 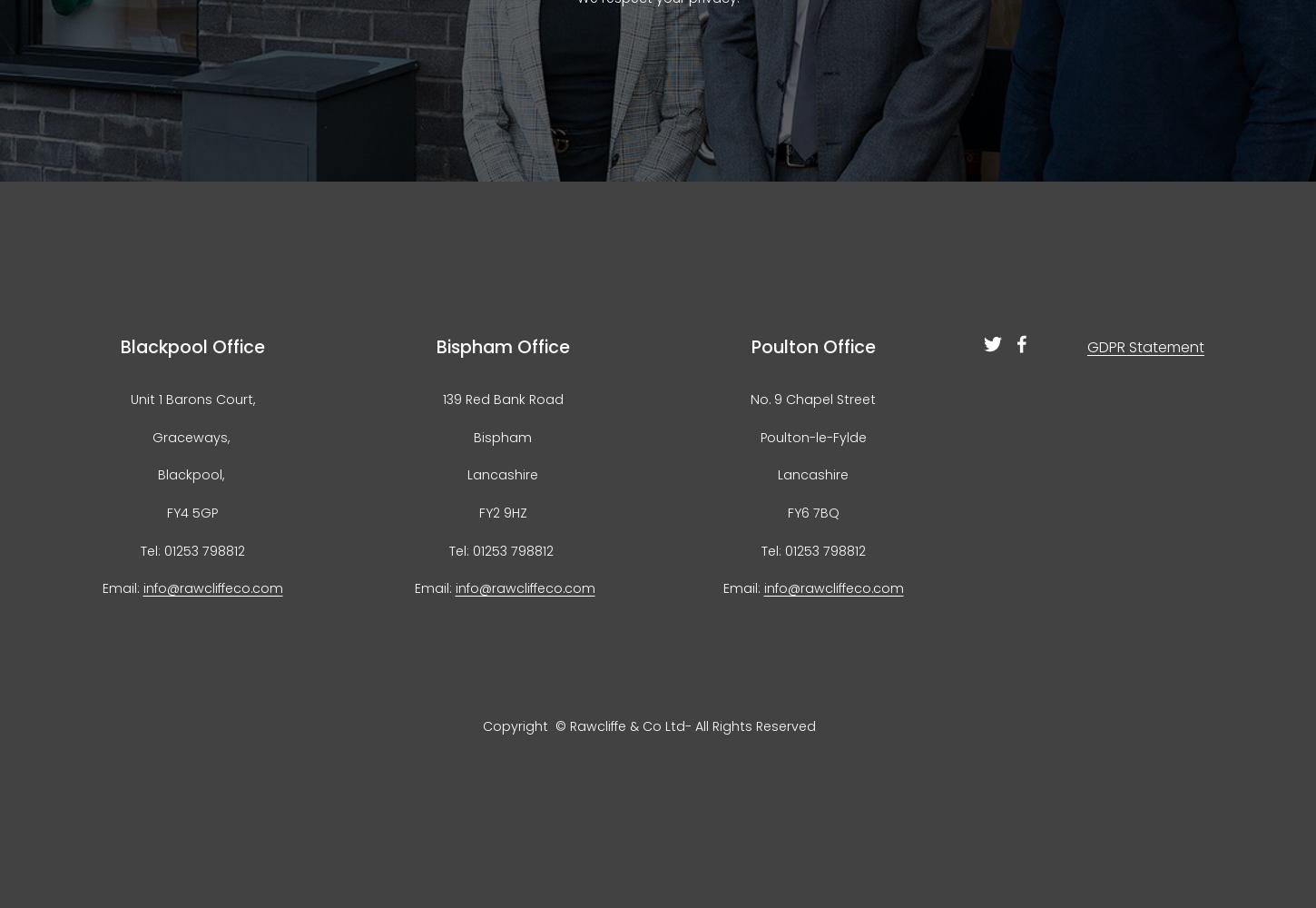 I want to click on 'GDPR Statement', so click(x=1144, y=346).